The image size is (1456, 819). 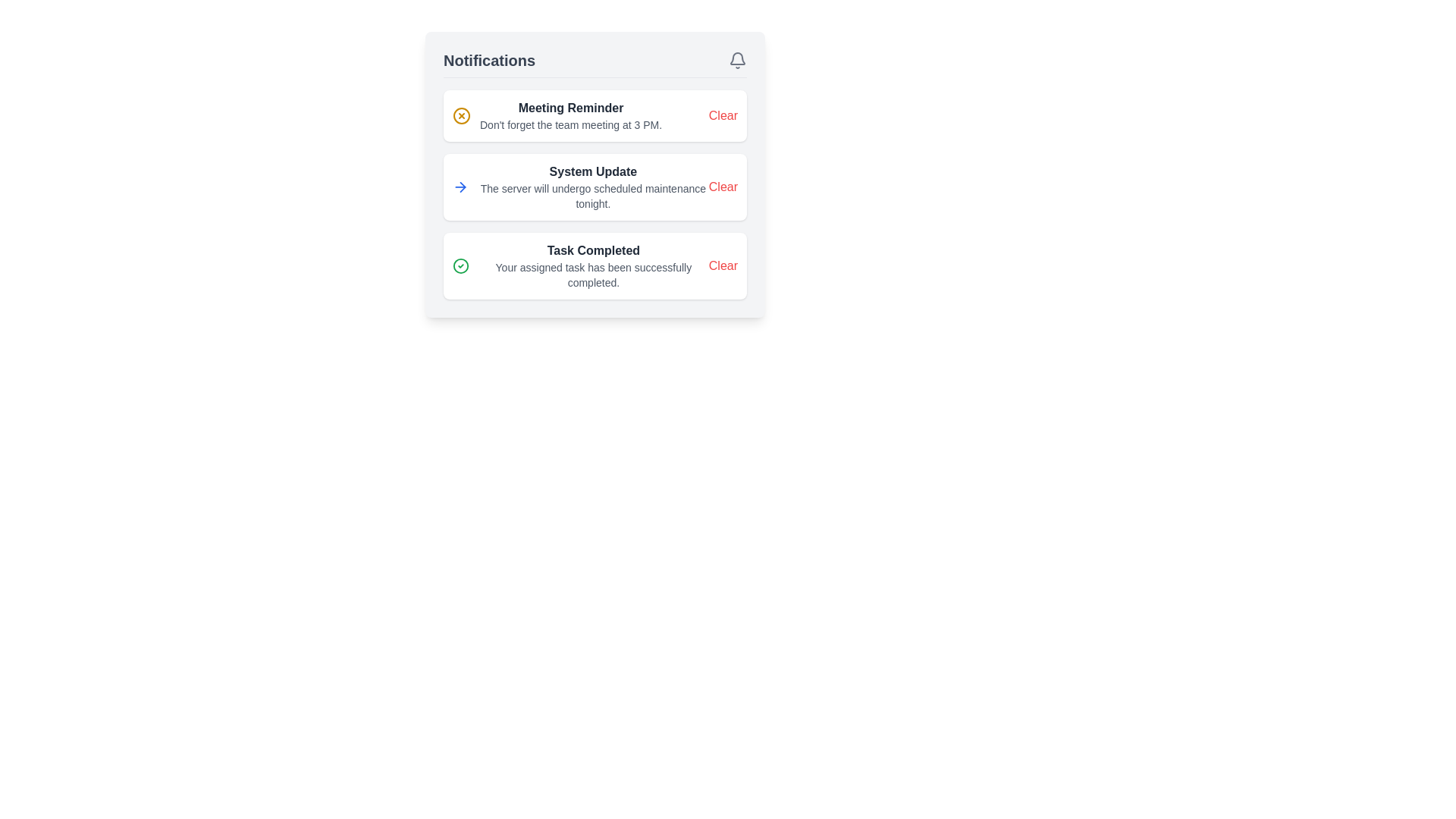 I want to click on notification message that indicates 'Task Completed' and provides details about the successful completion of the assigned task, located in the third section of the notification list, so click(x=579, y=265).